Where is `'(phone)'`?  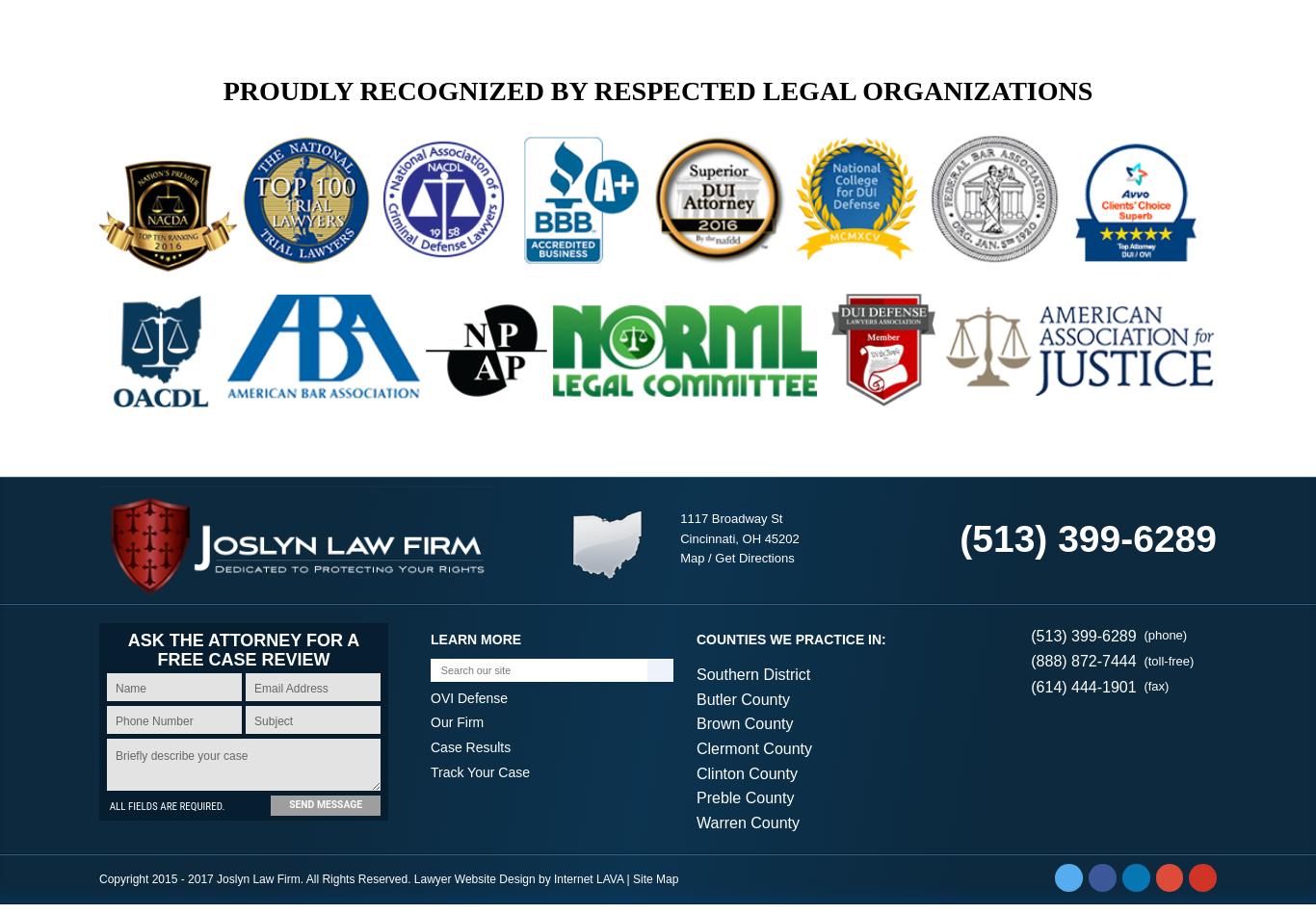
'(phone)' is located at coordinates (1165, 644).